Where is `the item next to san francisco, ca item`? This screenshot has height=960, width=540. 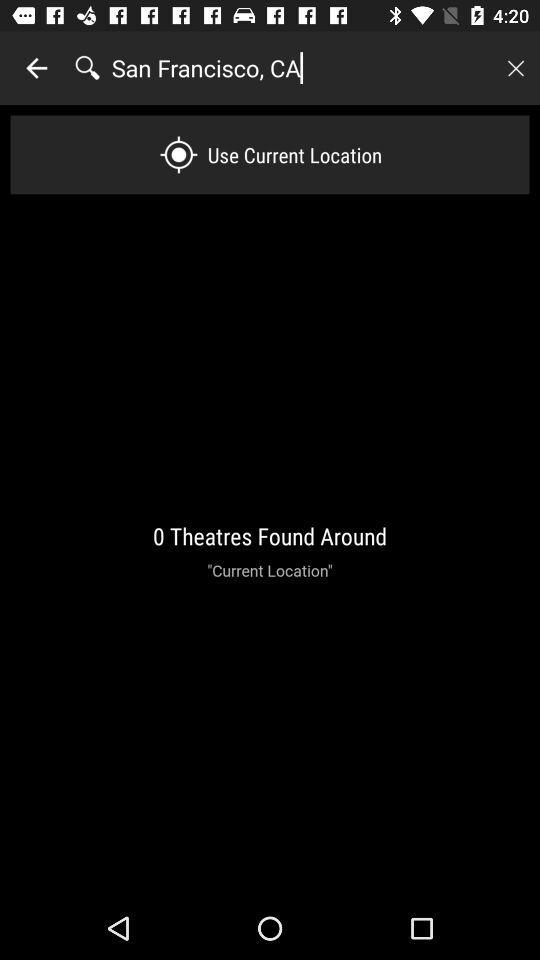
the item next to san francisco, ca item is located at coordinates (36, 68).